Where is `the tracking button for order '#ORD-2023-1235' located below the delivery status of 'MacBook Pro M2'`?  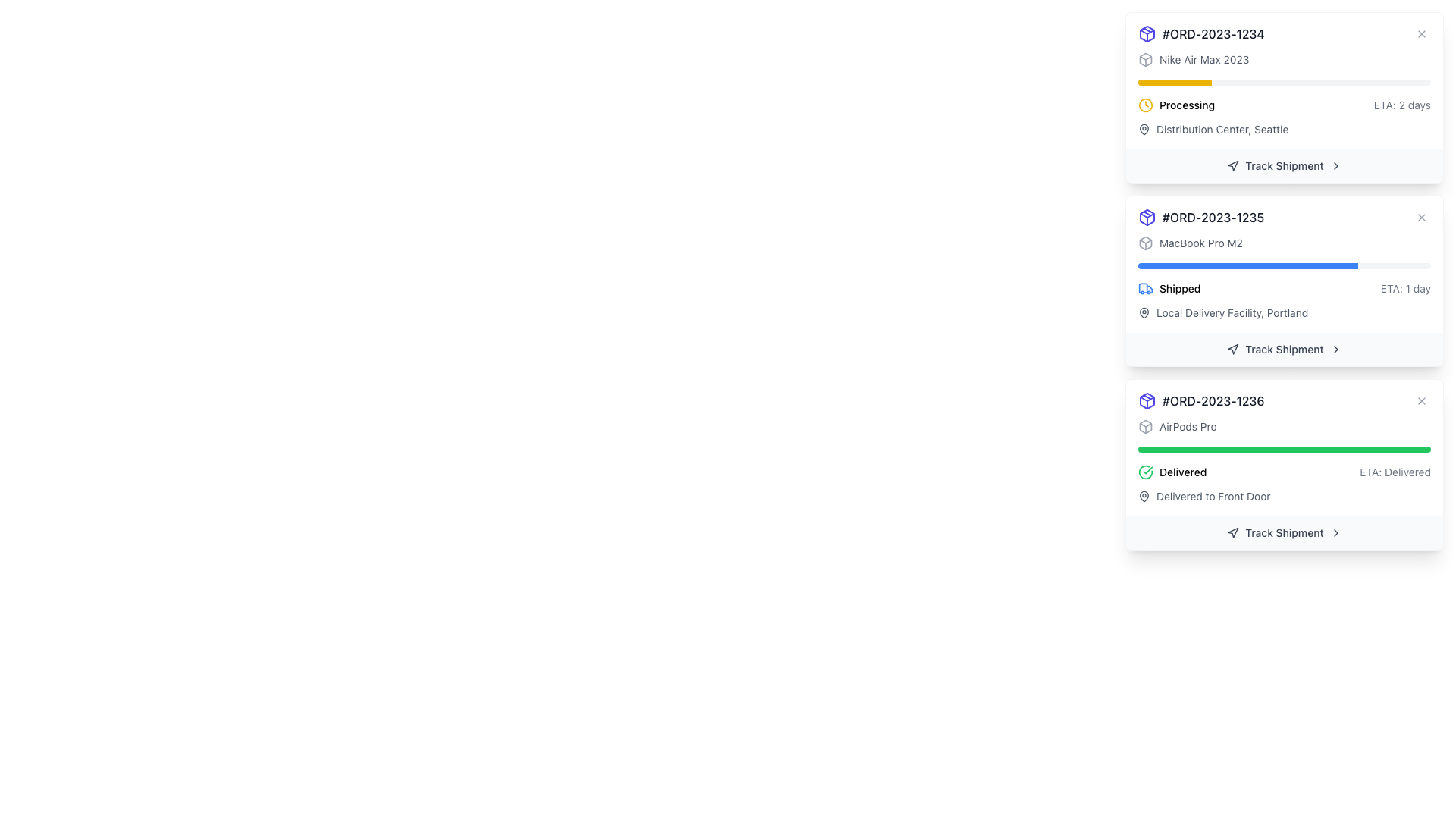
the tracking button for order '#ORD-2023-1235' located below the delivery status of 'MacBook Pro M2' is located at coordinates (1284, 350).